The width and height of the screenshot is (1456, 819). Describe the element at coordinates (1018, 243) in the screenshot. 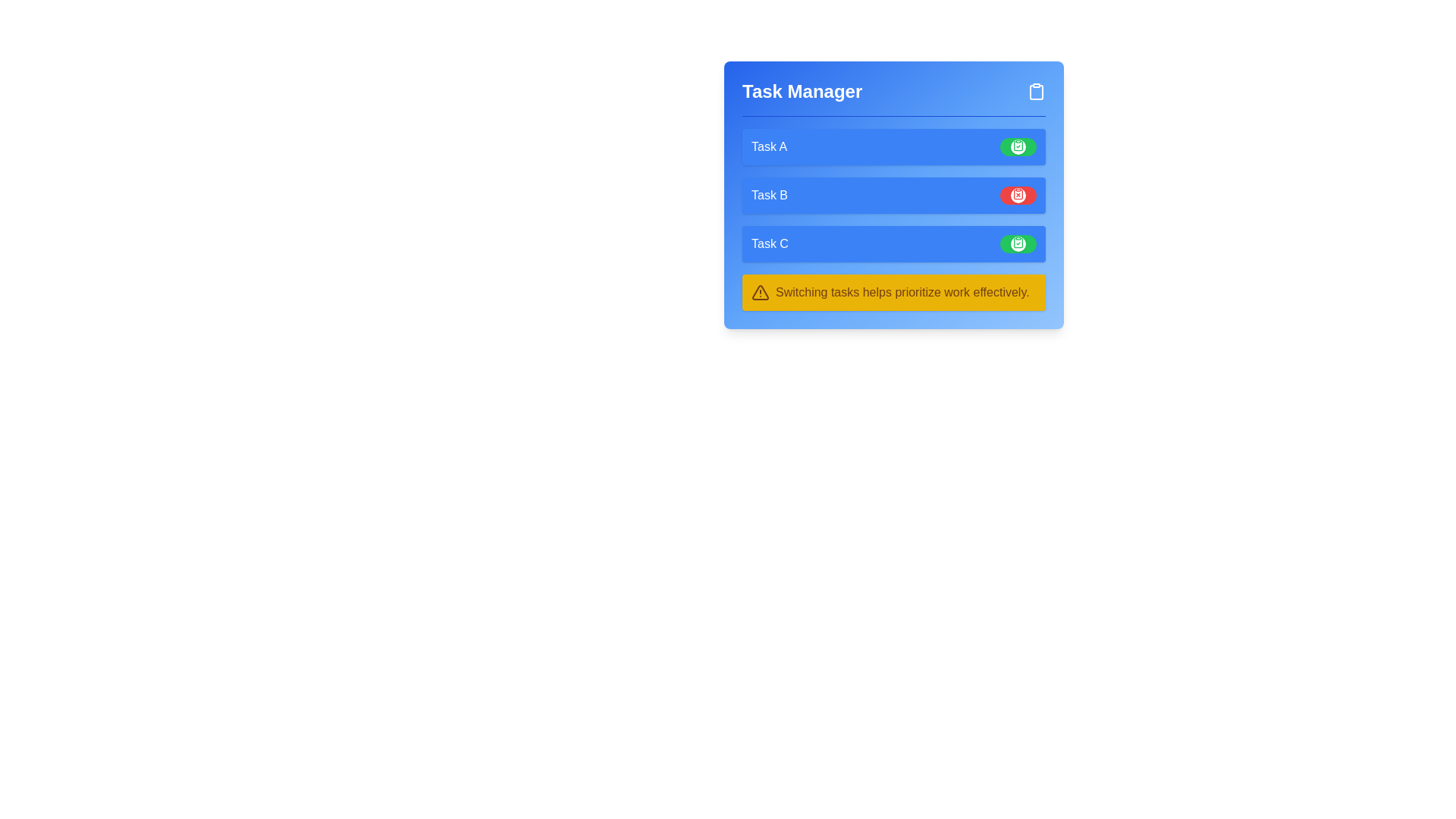

I see `the toggle switch with a green rounded background and a white circular knob, located on the right side of the 'Task C' row` at that location.